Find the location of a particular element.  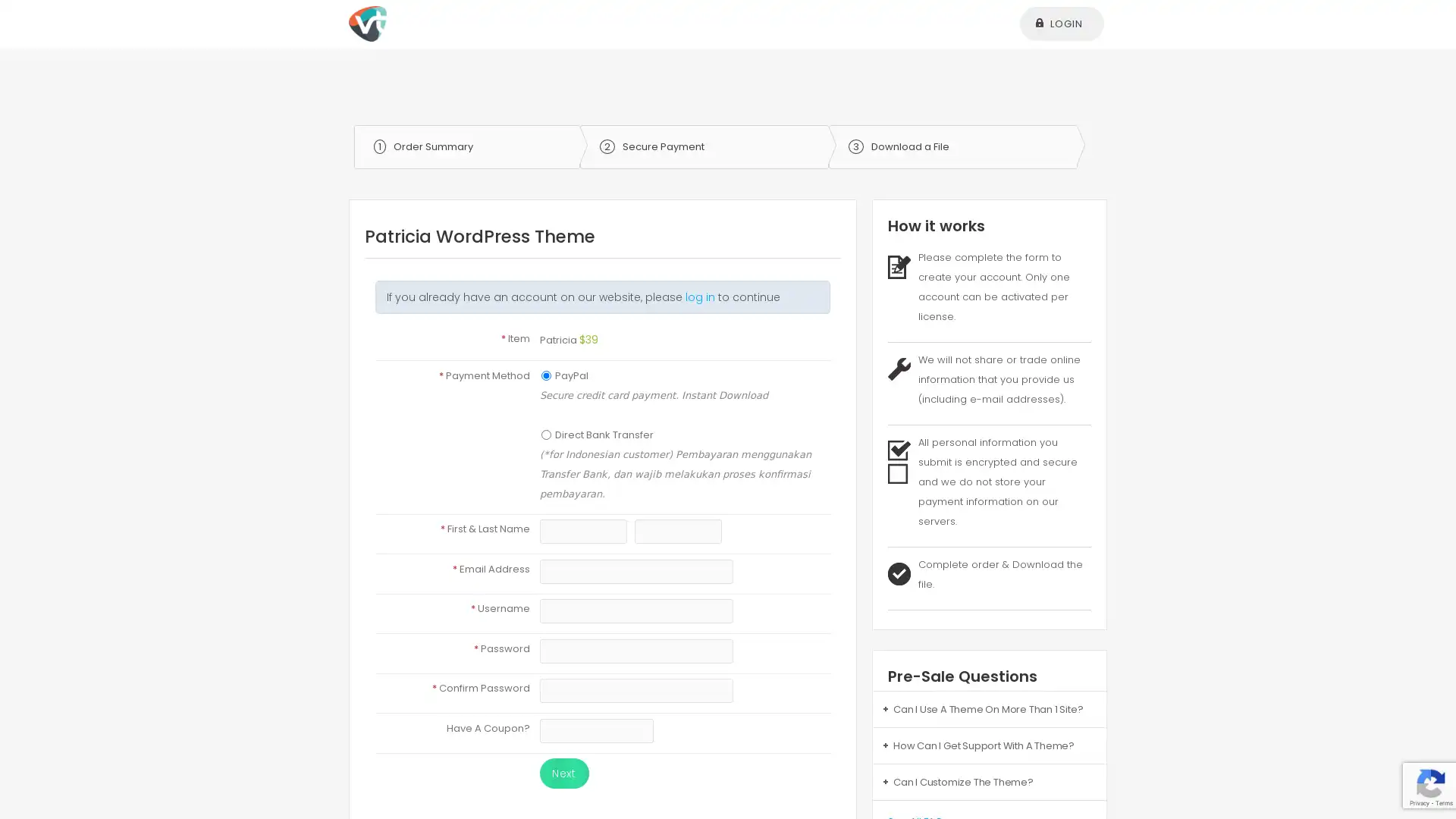

Next is located at coordinates (563, 773).